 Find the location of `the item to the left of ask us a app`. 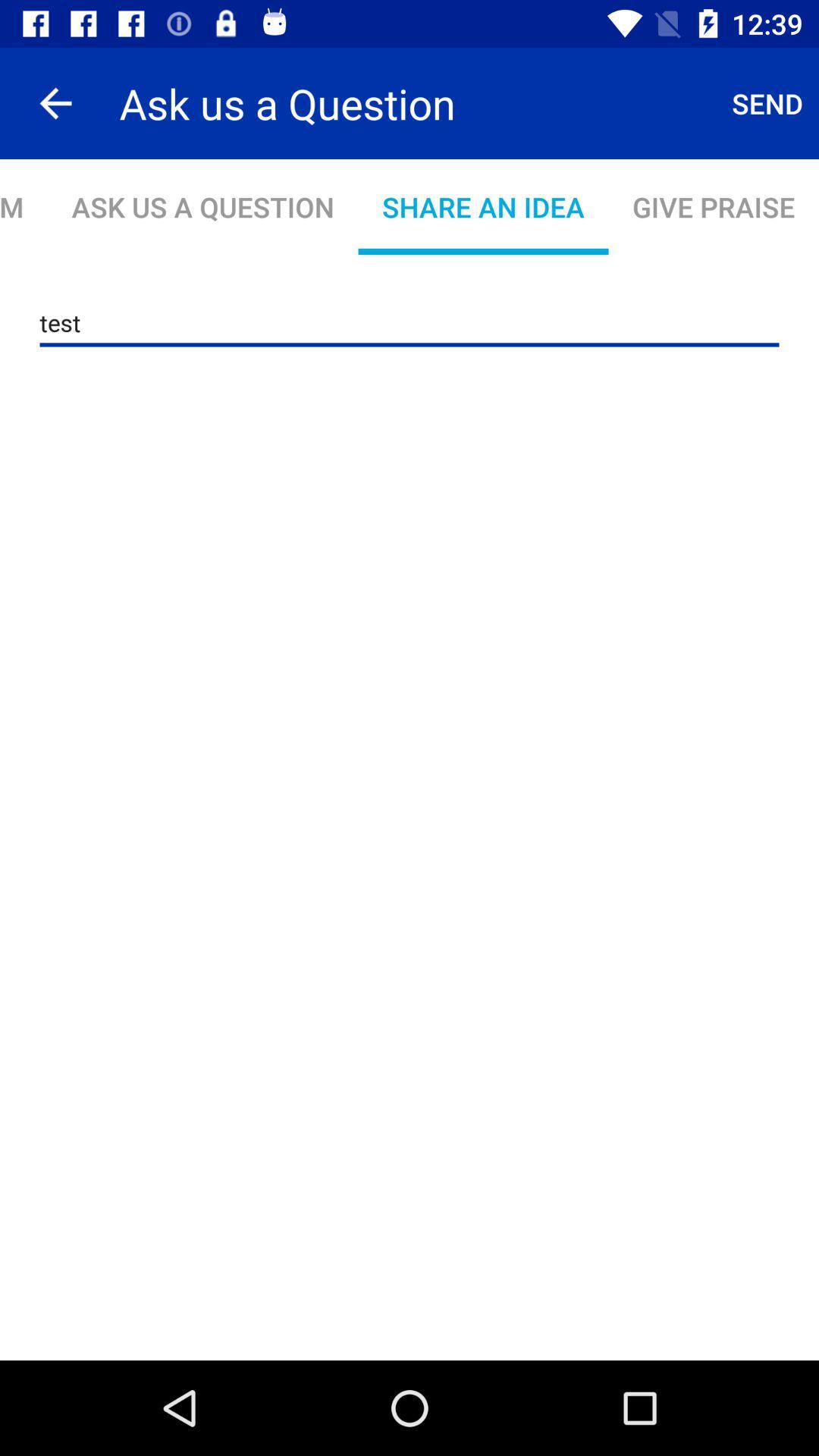

the item to the left of ask us a app is located at coordinates (55, 102).